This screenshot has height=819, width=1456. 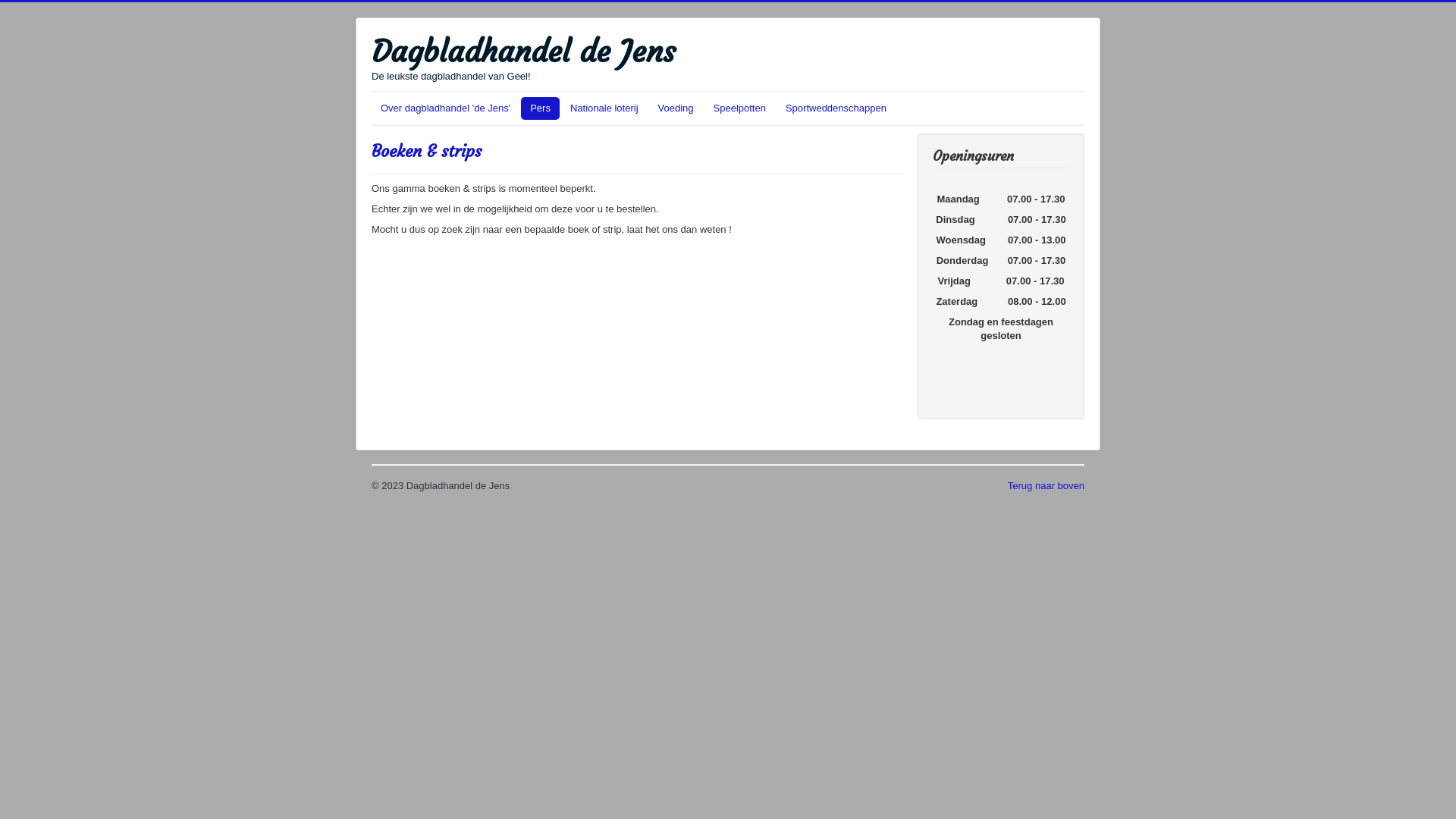 What do you see at coordinates (444, 107) in the screenshot?
I see `'Over dagbladhandel 'de Jens''` at bounding box center [444, 107].